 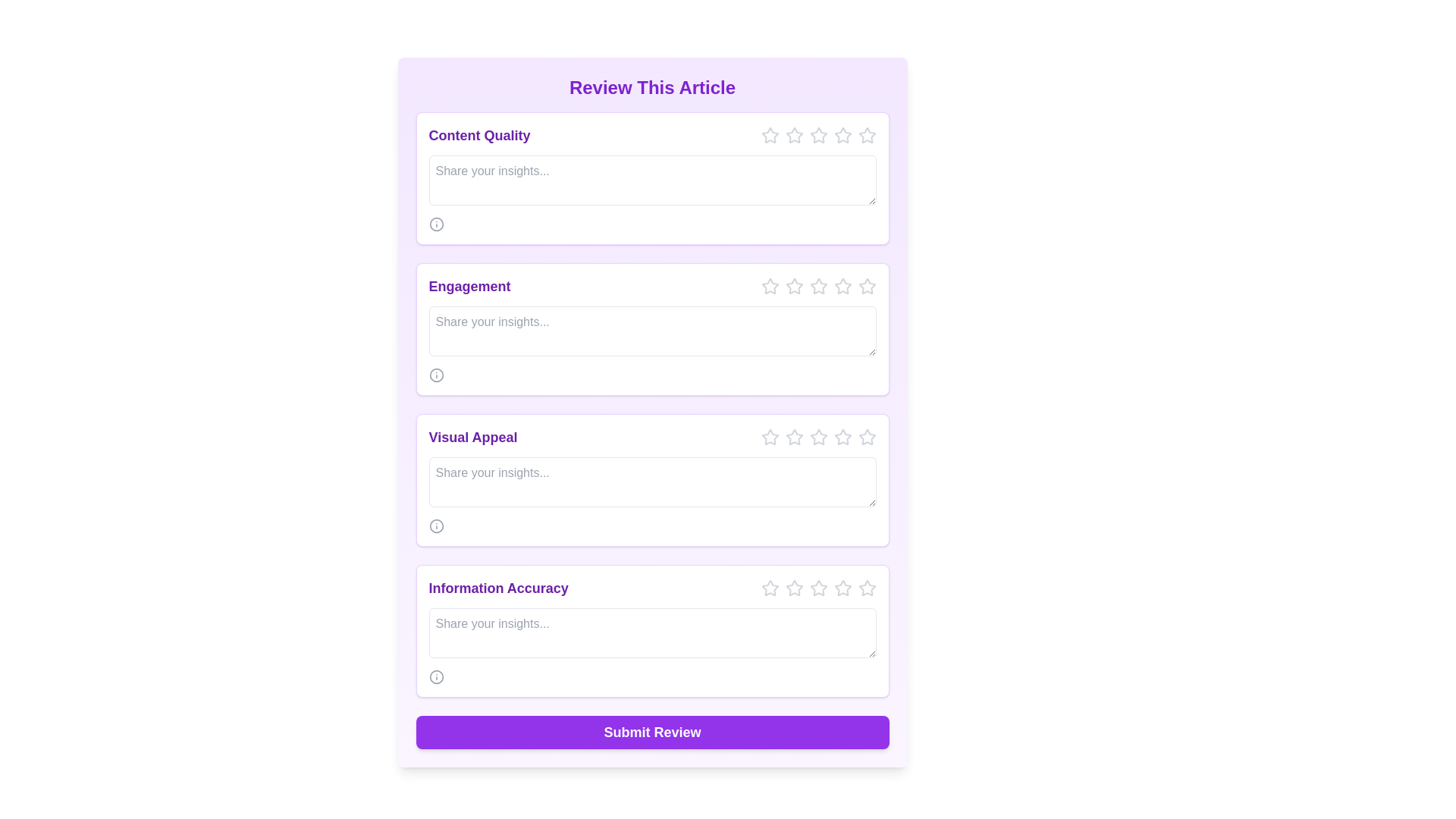 I want to click on the fourth star rating icon, so click(x=817, y=133).